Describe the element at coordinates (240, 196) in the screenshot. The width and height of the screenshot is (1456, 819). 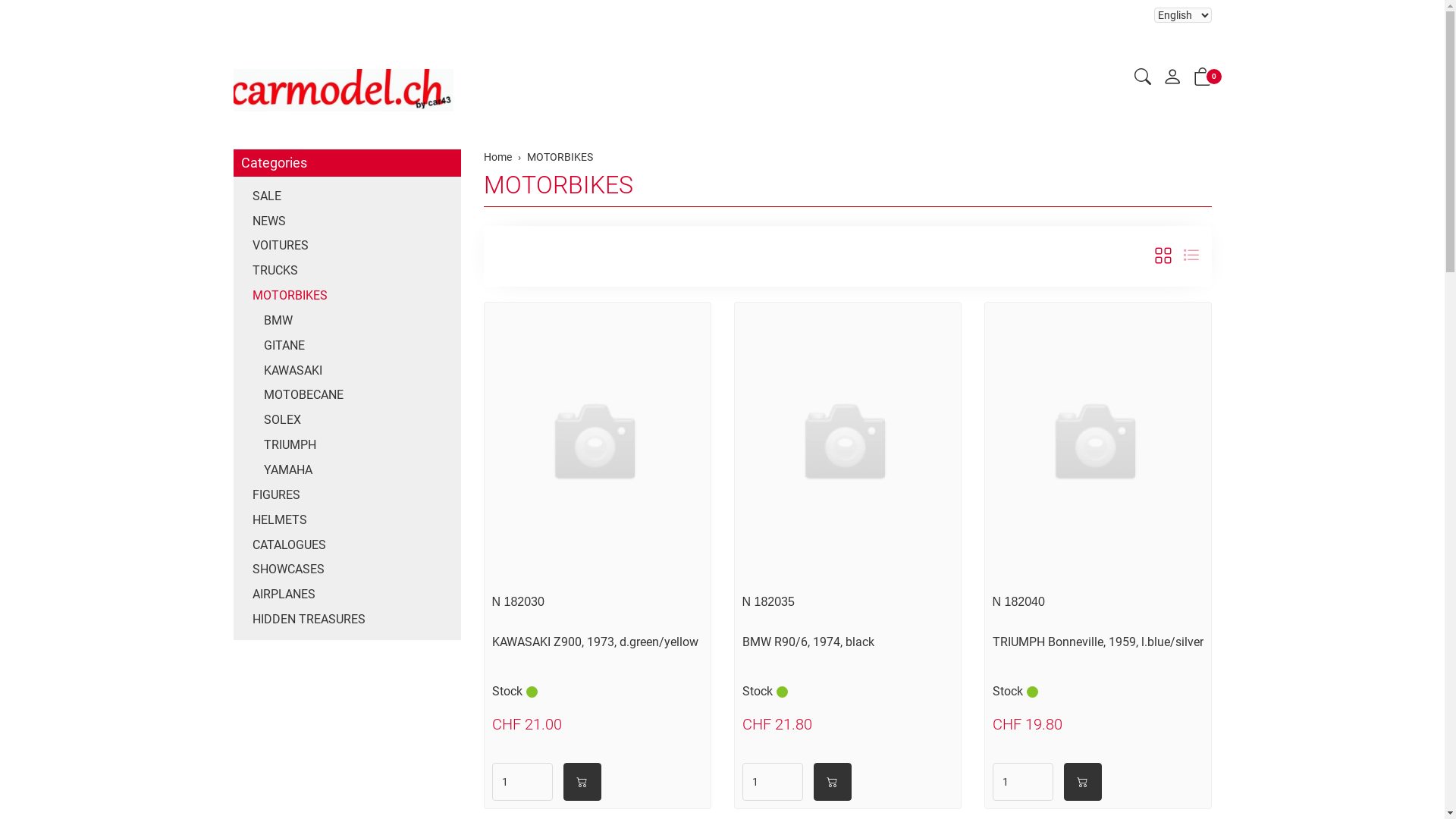
I see `'SALE'` at that location.